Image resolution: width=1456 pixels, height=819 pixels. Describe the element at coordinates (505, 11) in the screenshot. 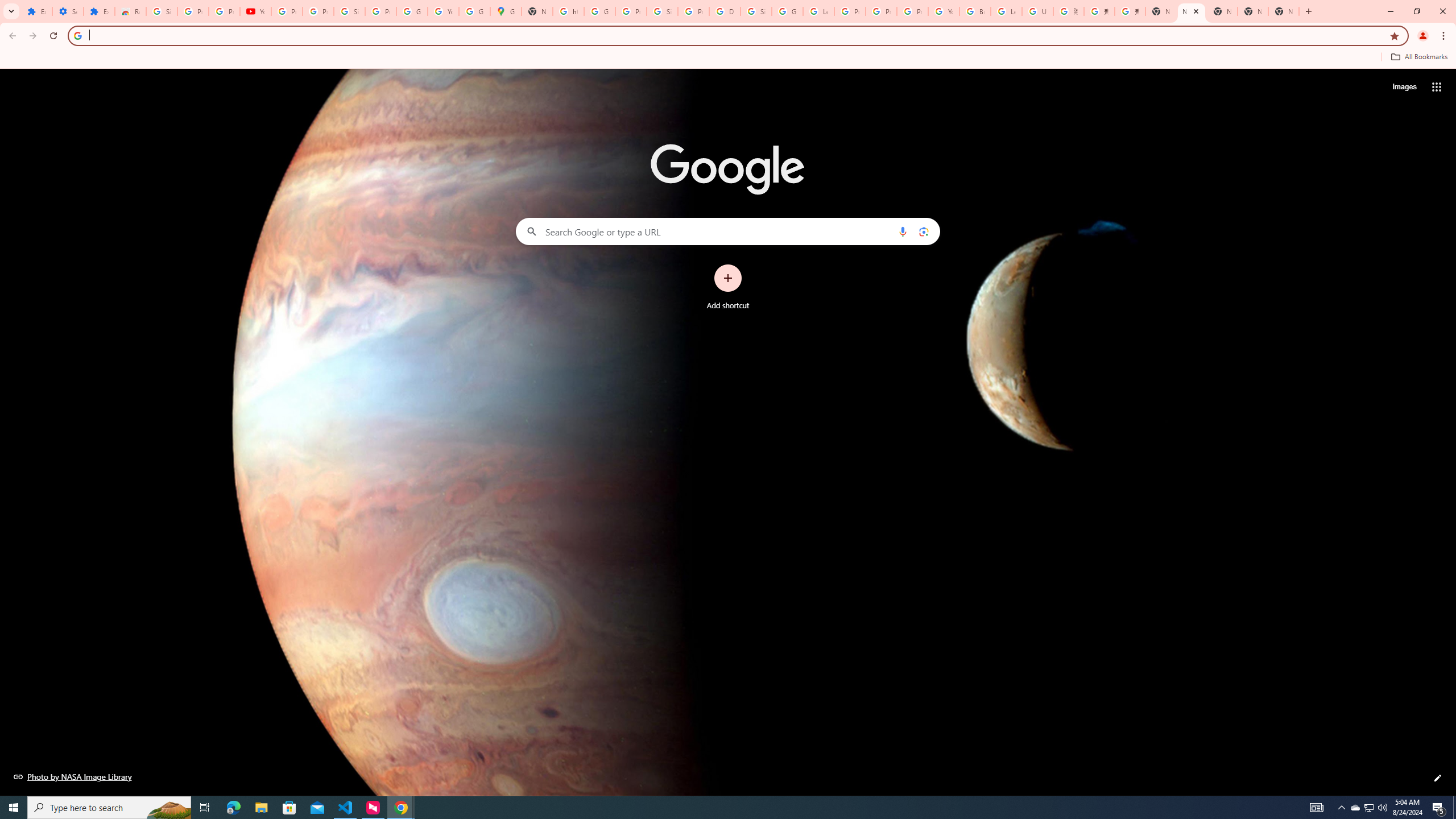

I see `'Google Maps'` at that location.